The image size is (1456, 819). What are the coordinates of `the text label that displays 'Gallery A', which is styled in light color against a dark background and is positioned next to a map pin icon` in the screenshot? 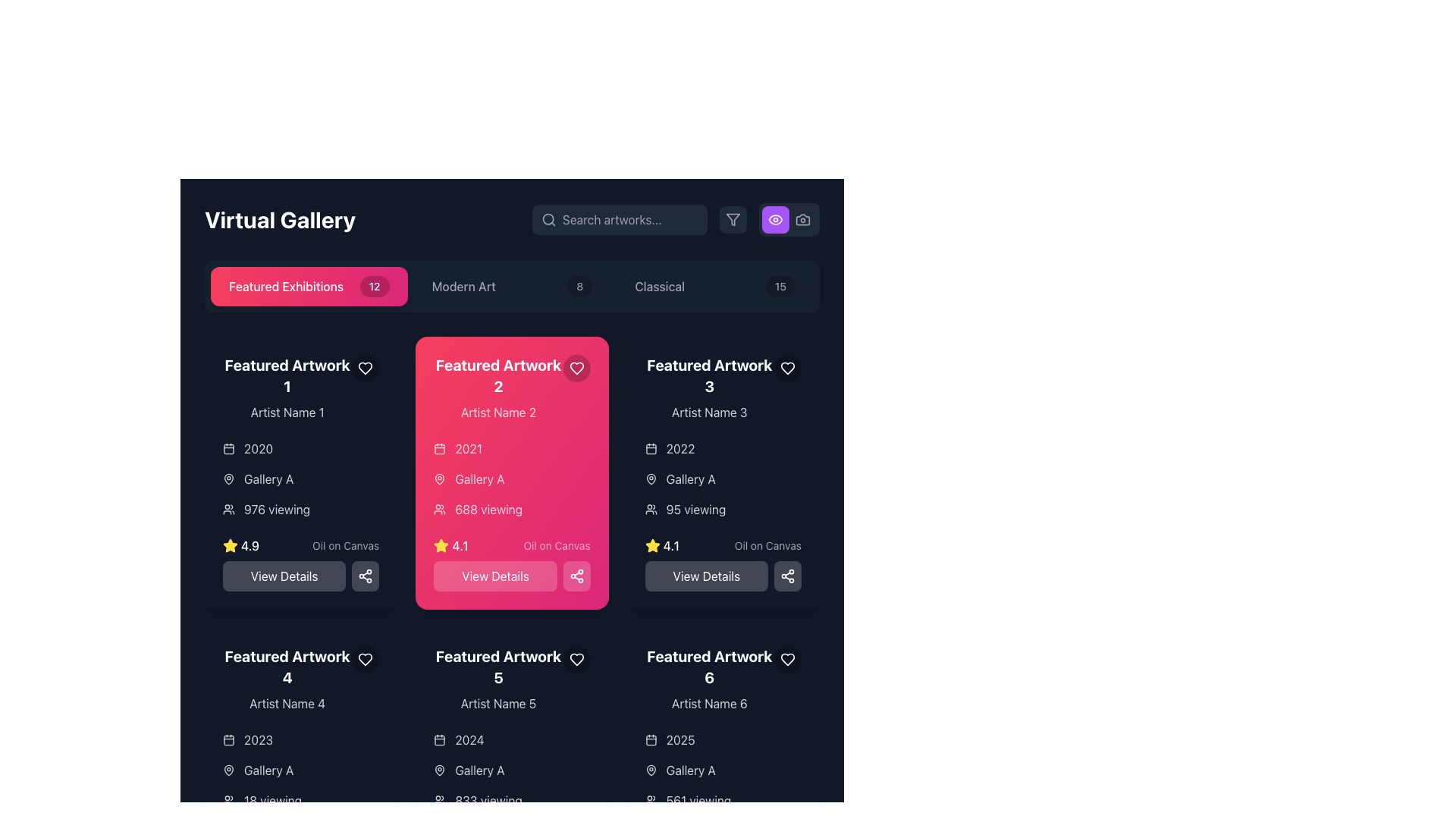 It's located at (268, 770).